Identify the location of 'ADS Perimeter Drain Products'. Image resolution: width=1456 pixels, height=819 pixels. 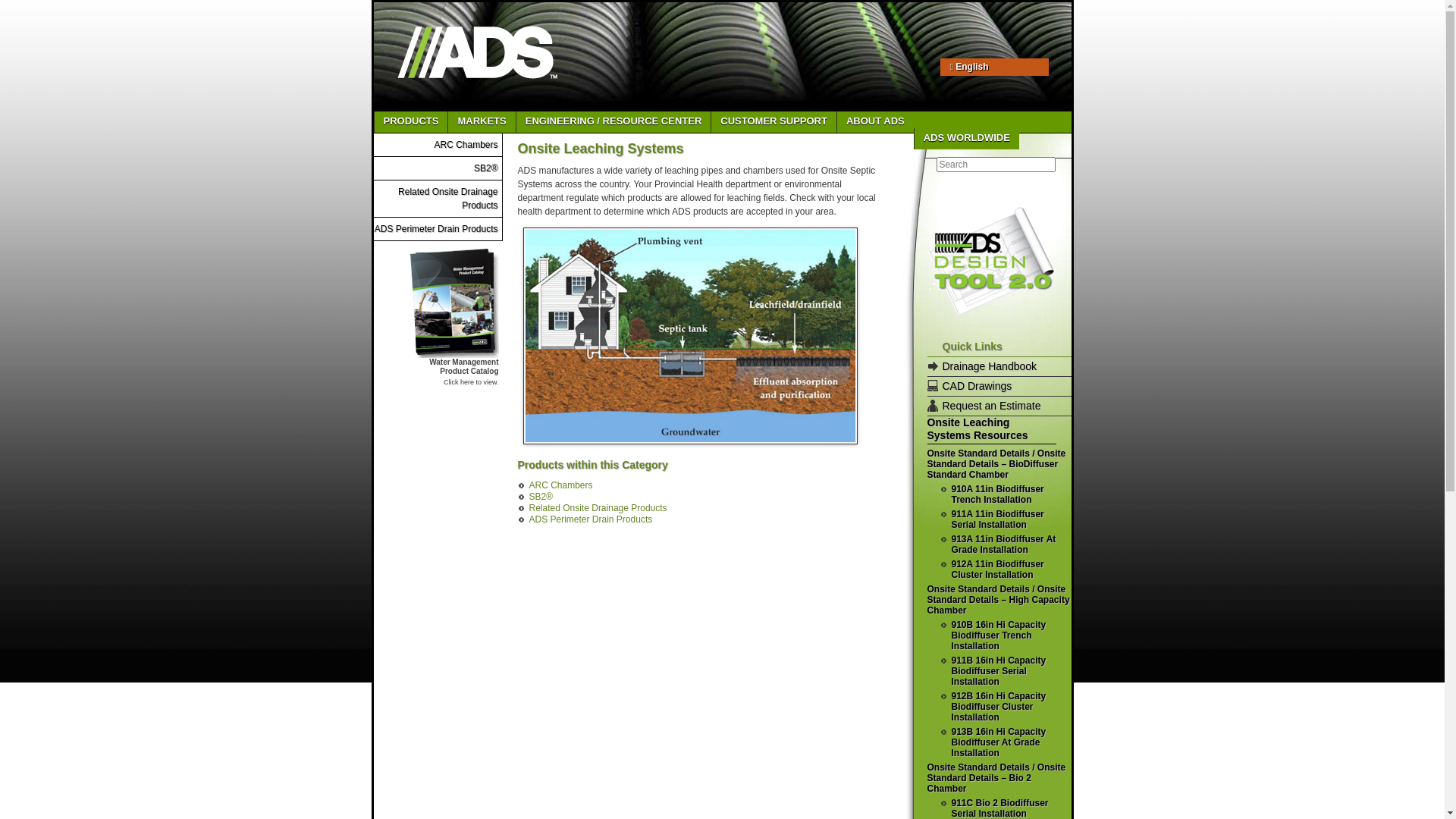
(375, 228).